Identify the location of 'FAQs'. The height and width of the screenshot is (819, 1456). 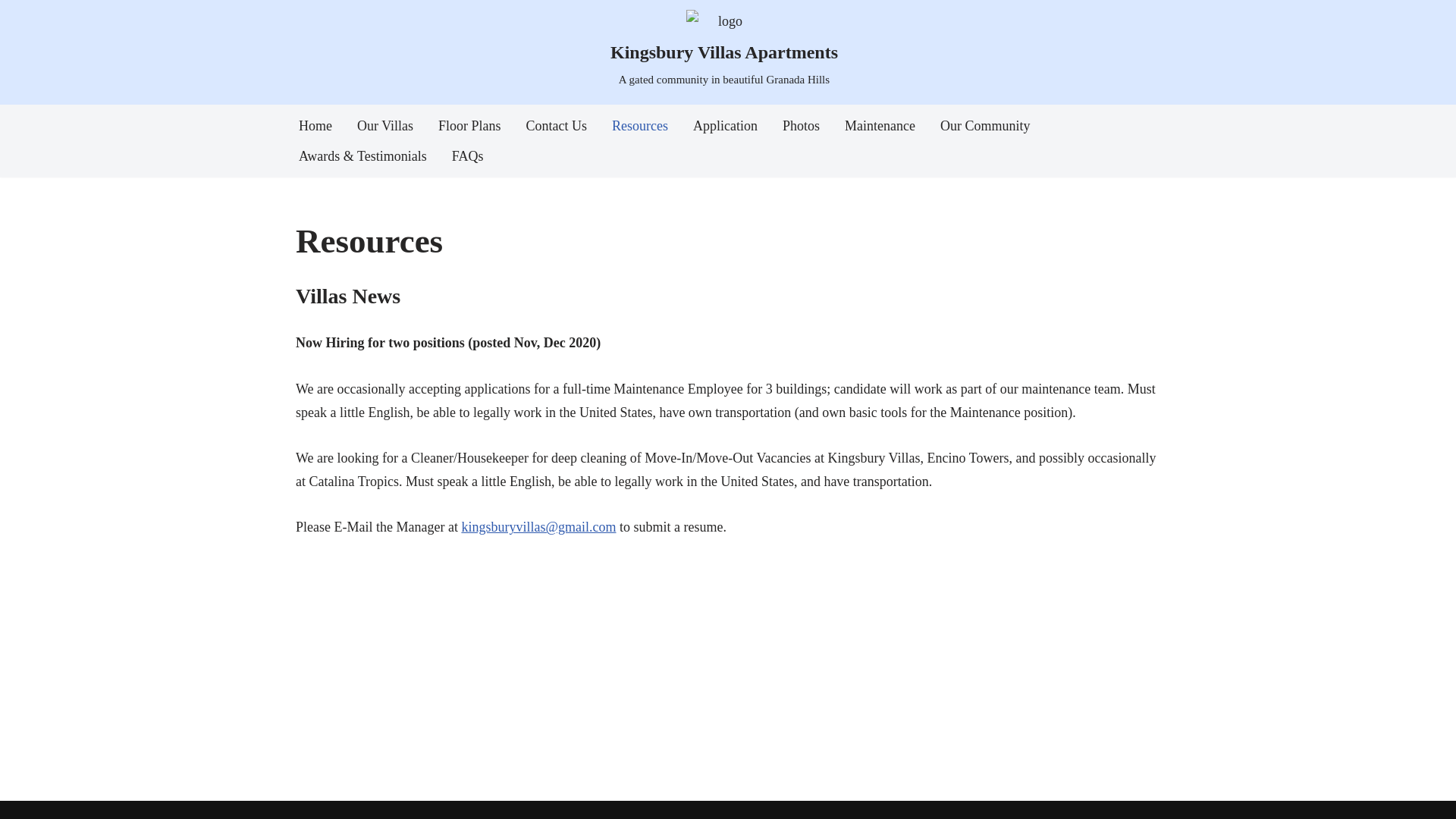
(450, 155).